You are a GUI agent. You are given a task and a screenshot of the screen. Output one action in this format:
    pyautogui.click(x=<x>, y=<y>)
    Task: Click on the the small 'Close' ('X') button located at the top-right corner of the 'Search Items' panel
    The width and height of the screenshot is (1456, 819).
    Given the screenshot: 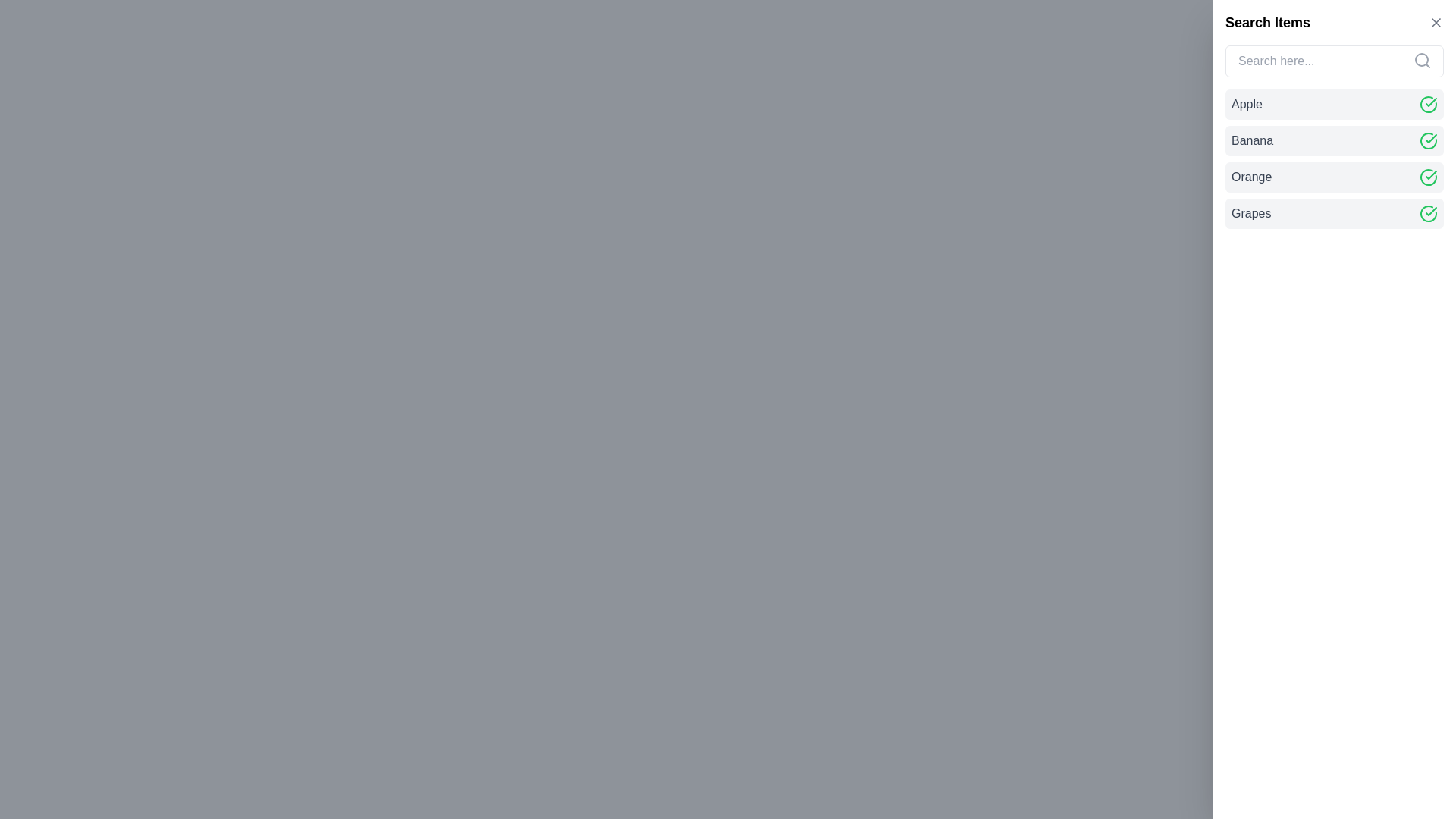 What is the action you would take?
    pyautogui.click(x=1436, y=23)
    